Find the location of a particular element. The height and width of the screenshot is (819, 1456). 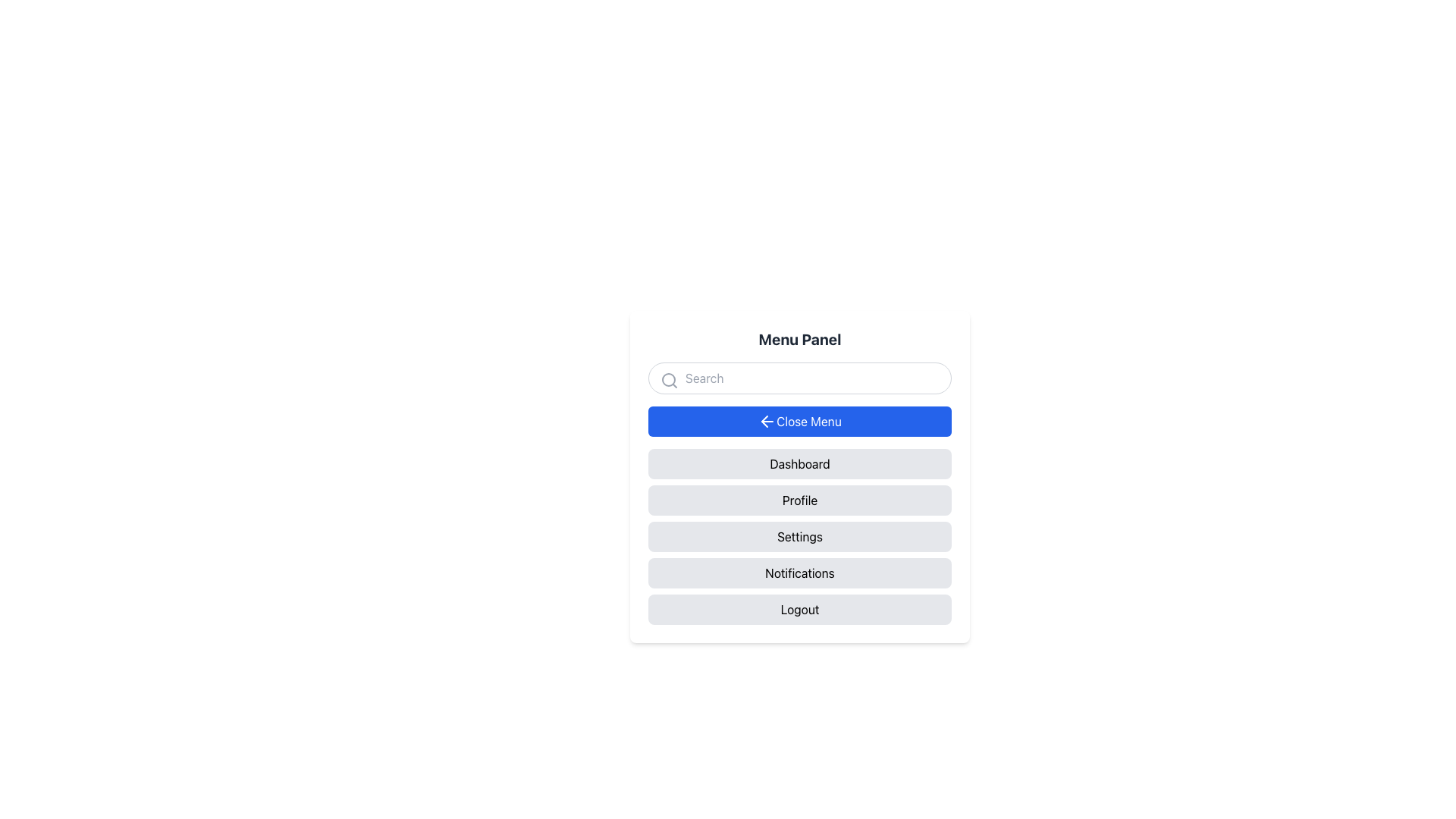

the 'Logout' button, which is the fifth button in a vertical list of buttons, to change its background color is located at coordinates (799, 608).